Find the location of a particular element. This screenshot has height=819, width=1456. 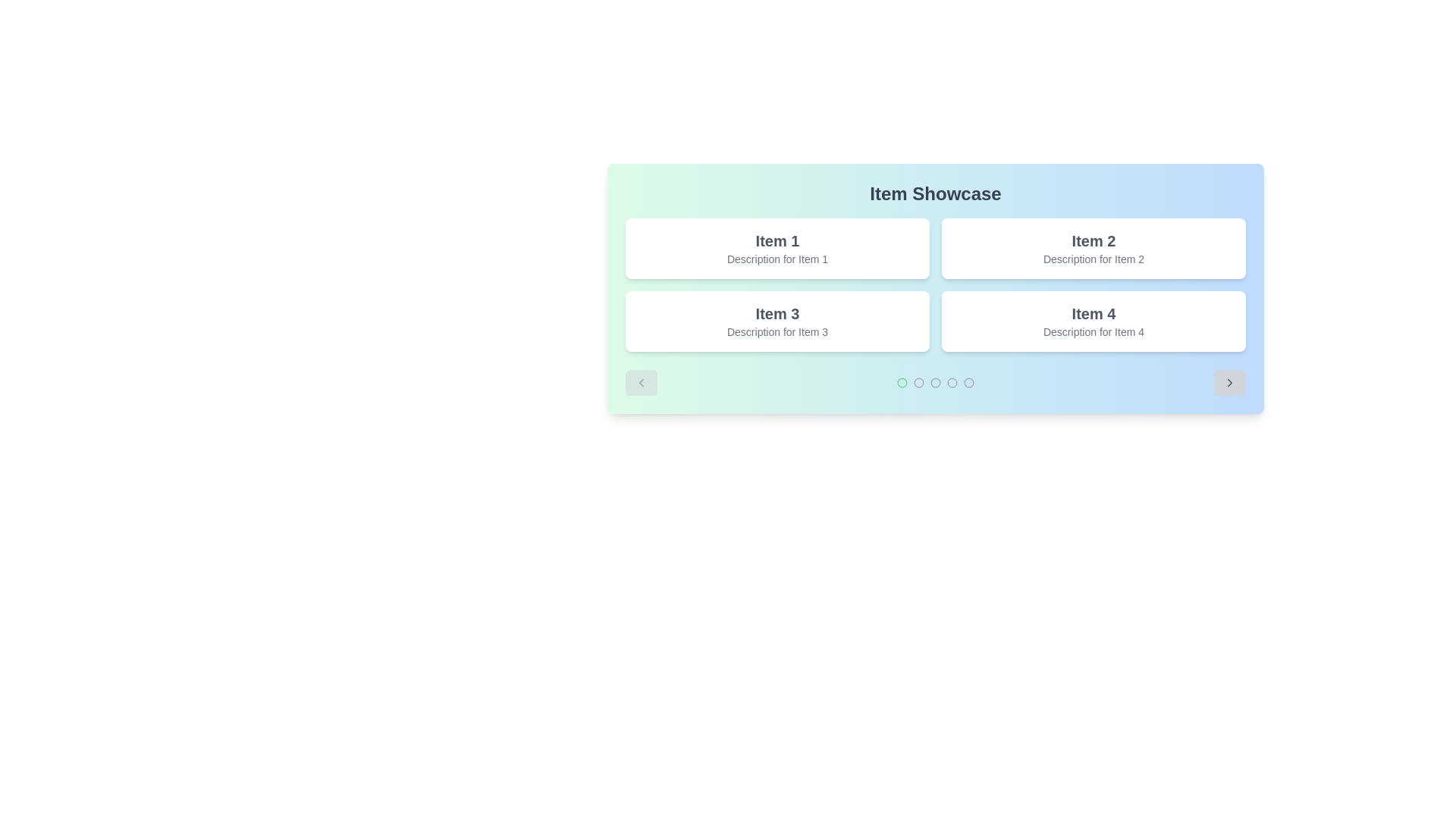

the first circle icon in the pagination system located below the 'Item Showcase' content is located at coordinates (902, 382).